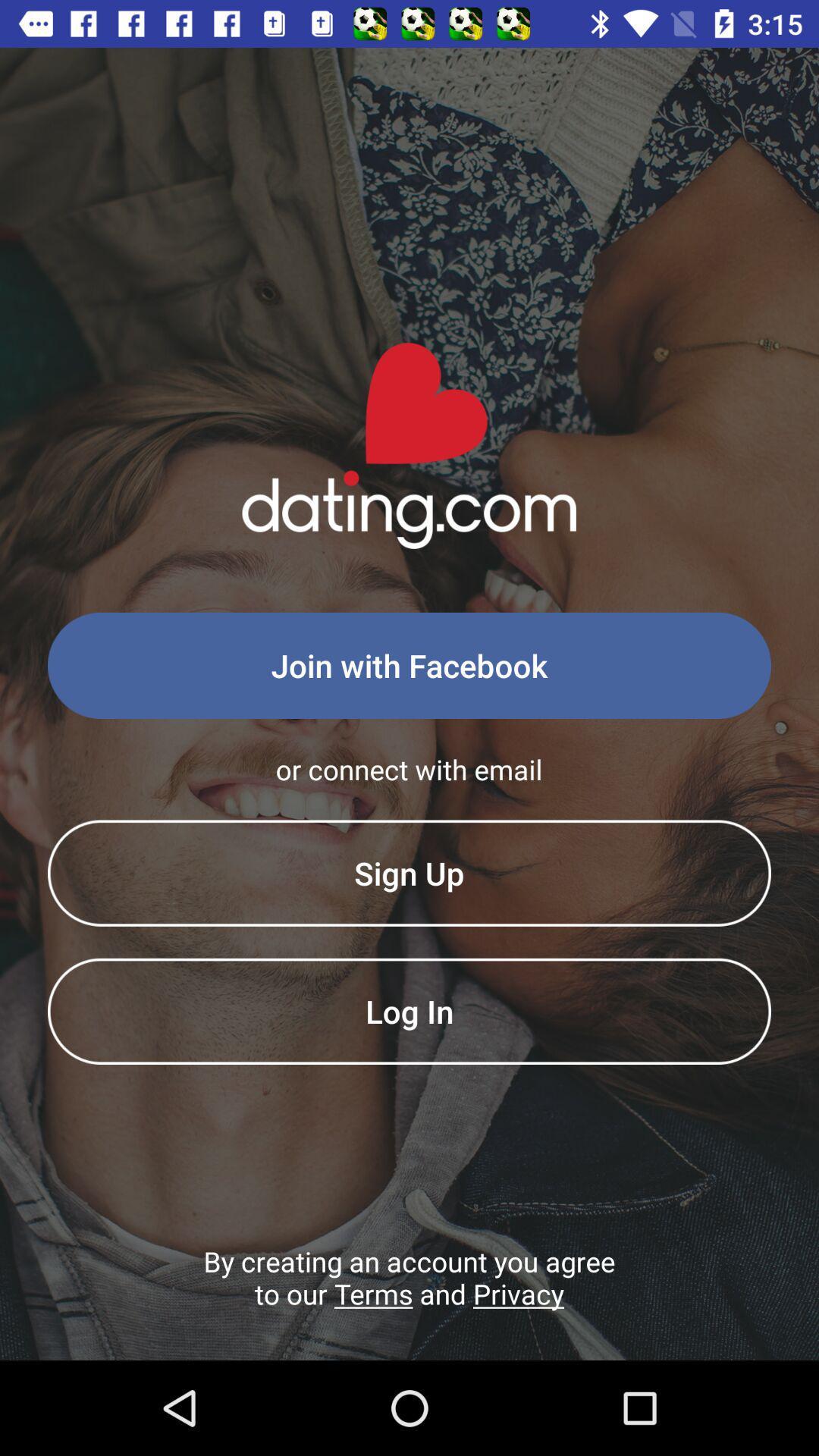  I want to click on the join with facebook, so click(409, 665).